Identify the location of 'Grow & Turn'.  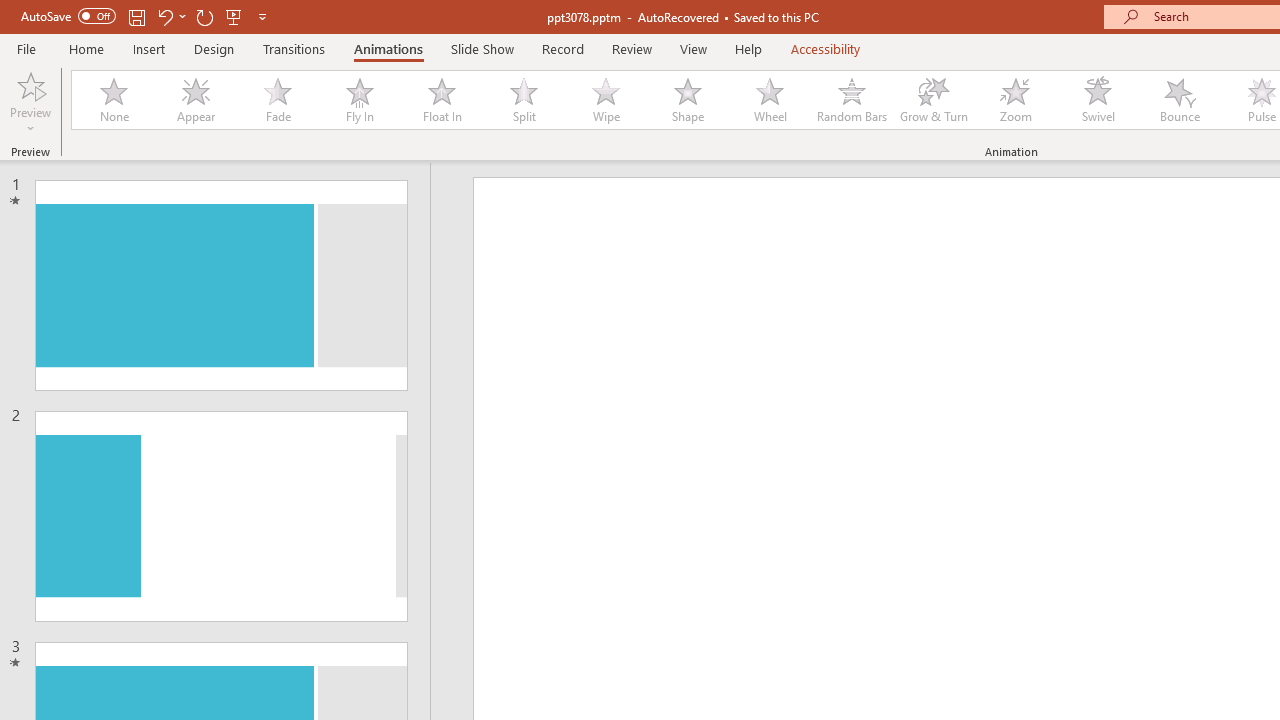
(933, 100).